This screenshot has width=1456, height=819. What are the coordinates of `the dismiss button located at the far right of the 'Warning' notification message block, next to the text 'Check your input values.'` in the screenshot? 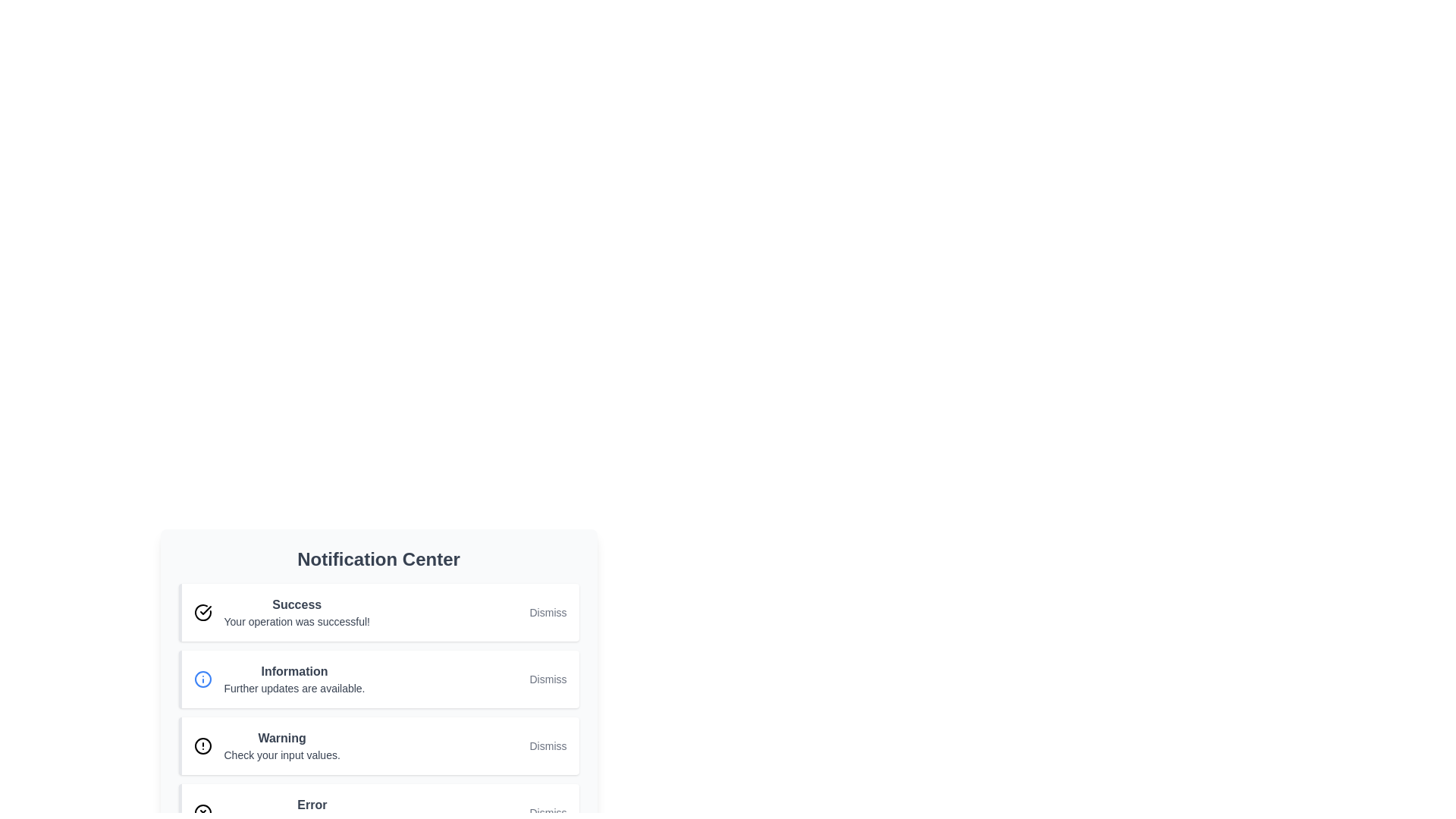 It's located at (548, 745).